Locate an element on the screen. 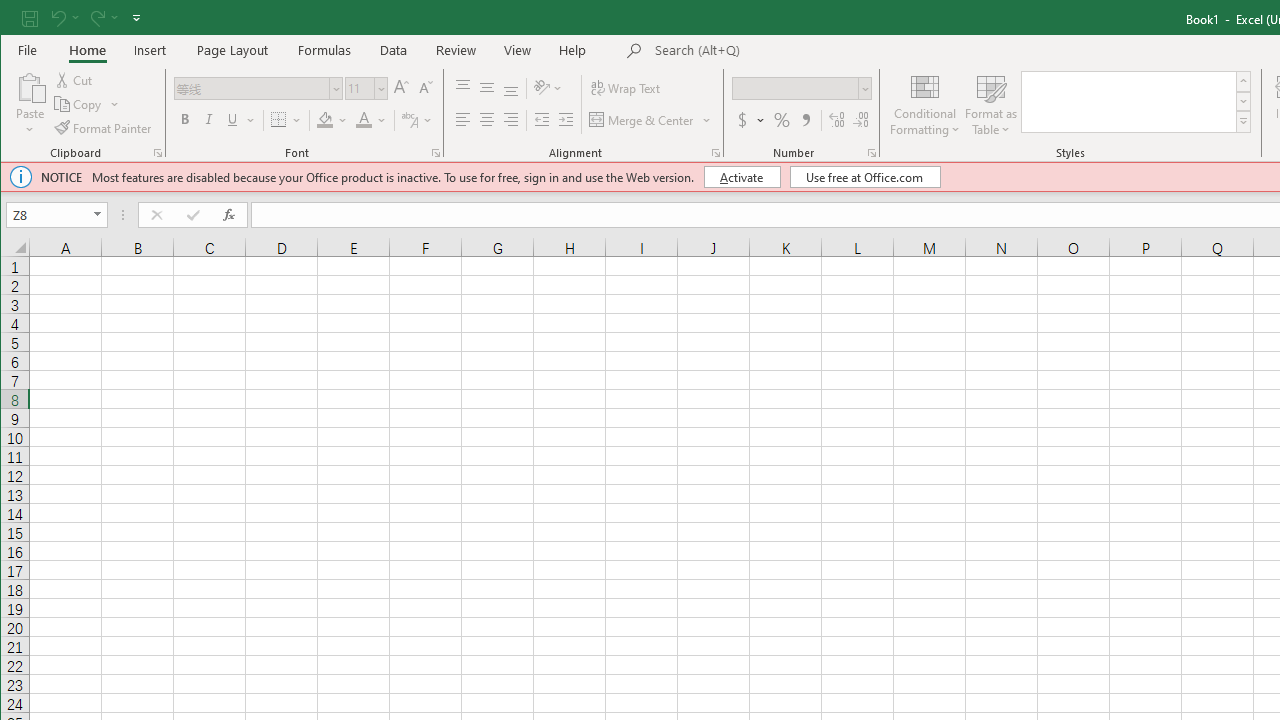  'Font Size' is located at coordinates (359, 87).